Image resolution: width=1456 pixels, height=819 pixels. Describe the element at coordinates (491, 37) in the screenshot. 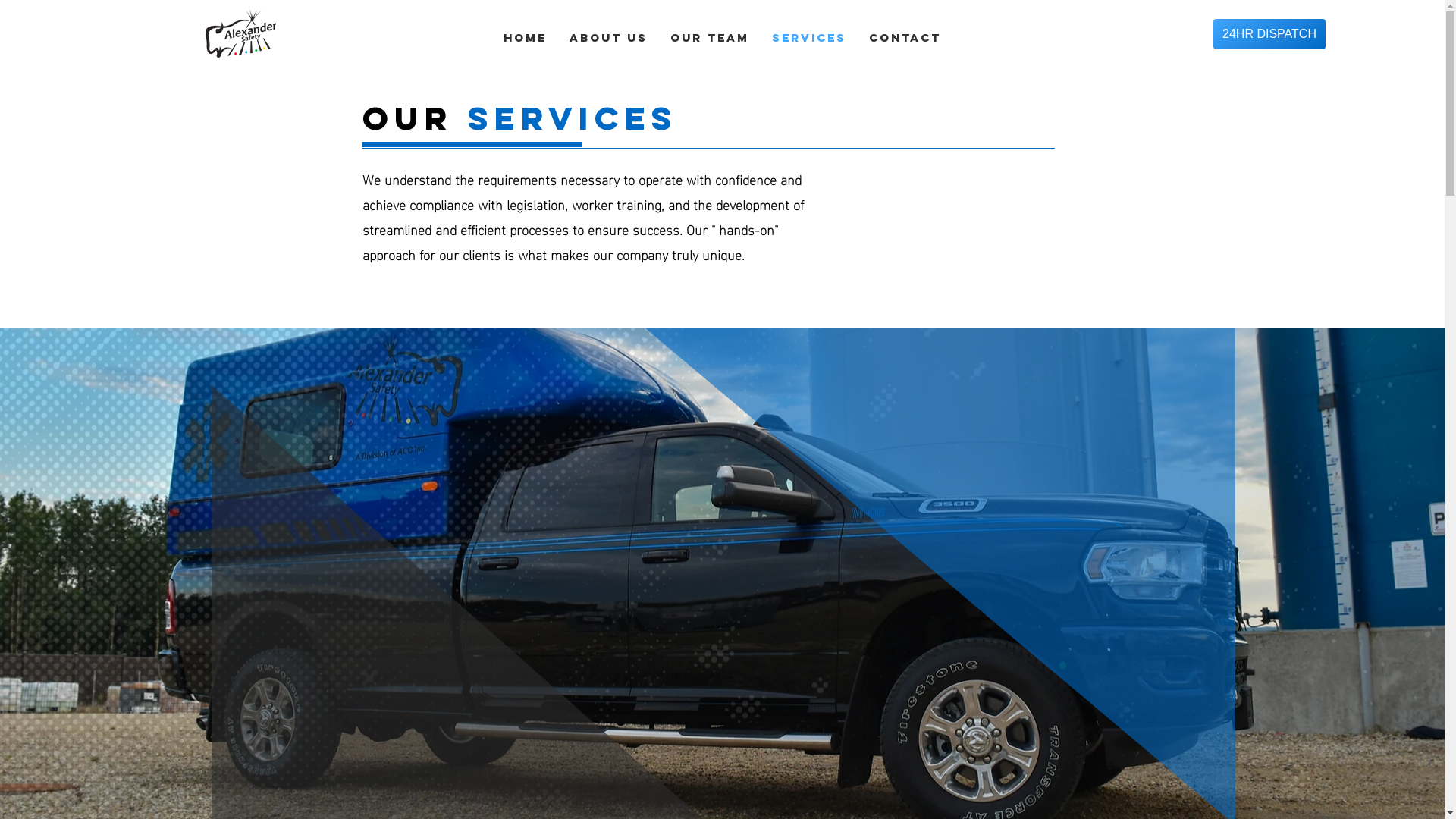

I see `'HOME'` at that location.